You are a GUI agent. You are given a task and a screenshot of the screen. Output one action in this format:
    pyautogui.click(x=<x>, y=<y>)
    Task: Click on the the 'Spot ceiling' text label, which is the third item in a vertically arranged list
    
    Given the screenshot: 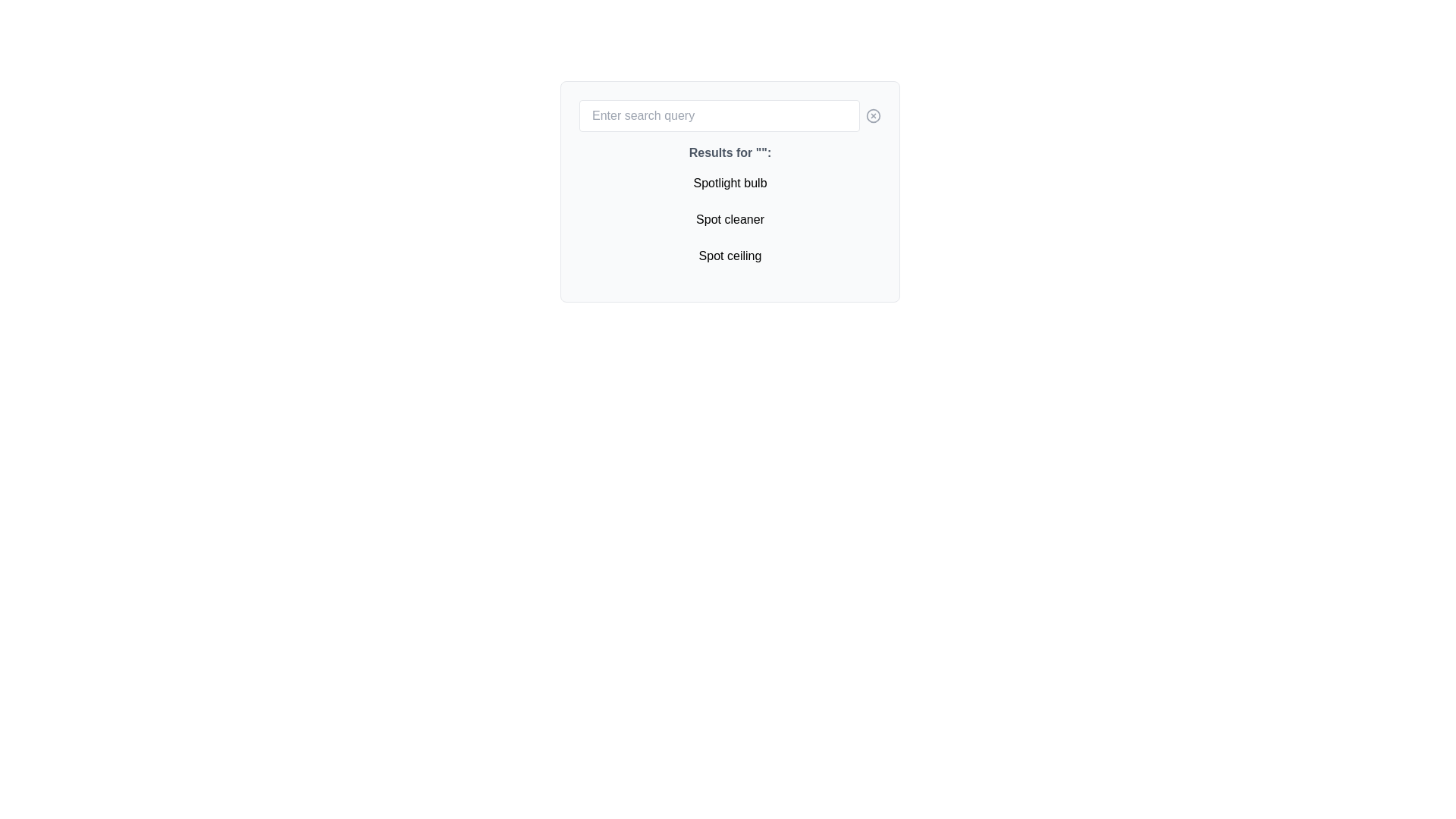 What is the action you would take?
    pyautogui.click(x=730, y=256)
    